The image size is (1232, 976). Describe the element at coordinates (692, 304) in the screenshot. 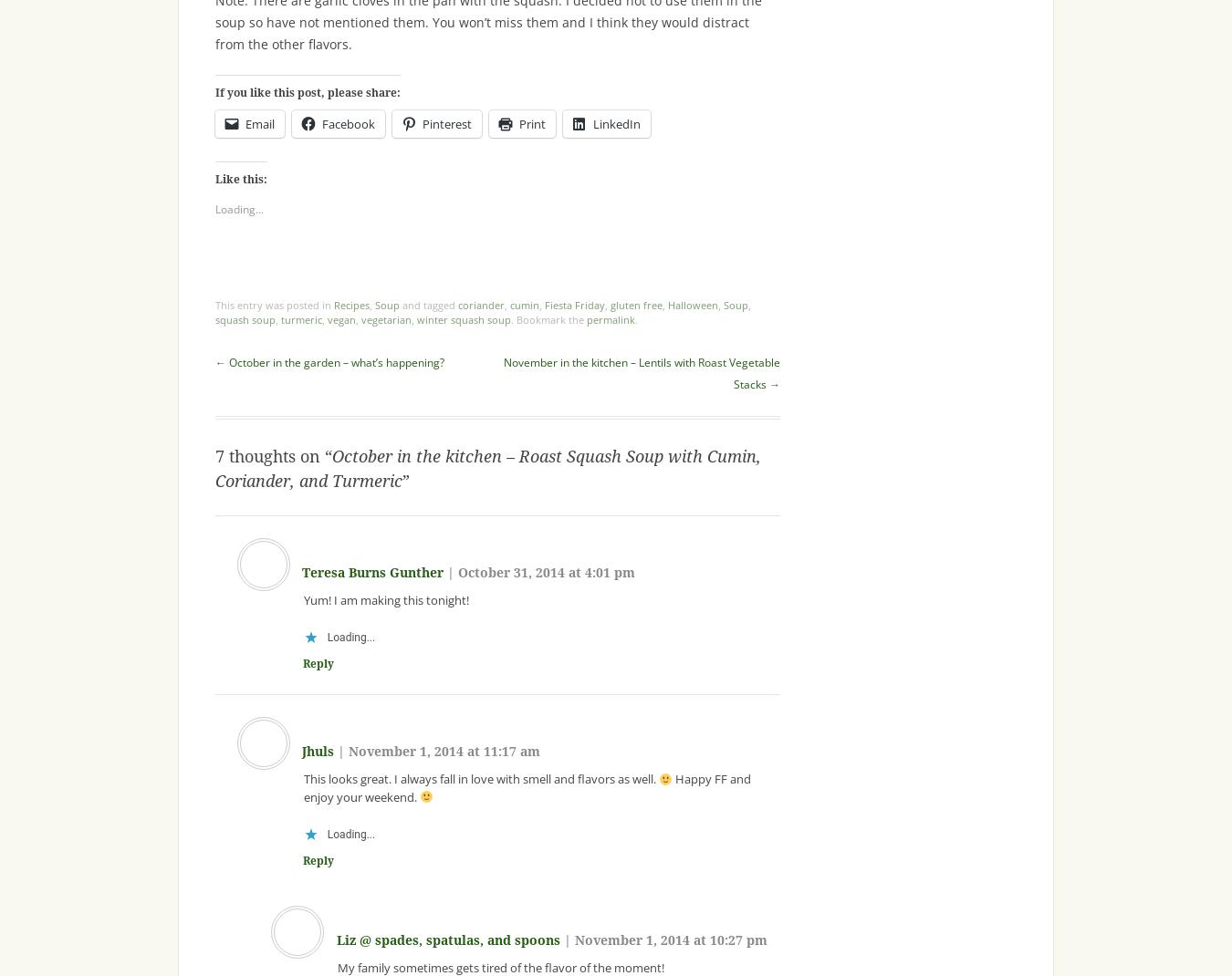

I see `'Halloween'` at that location.